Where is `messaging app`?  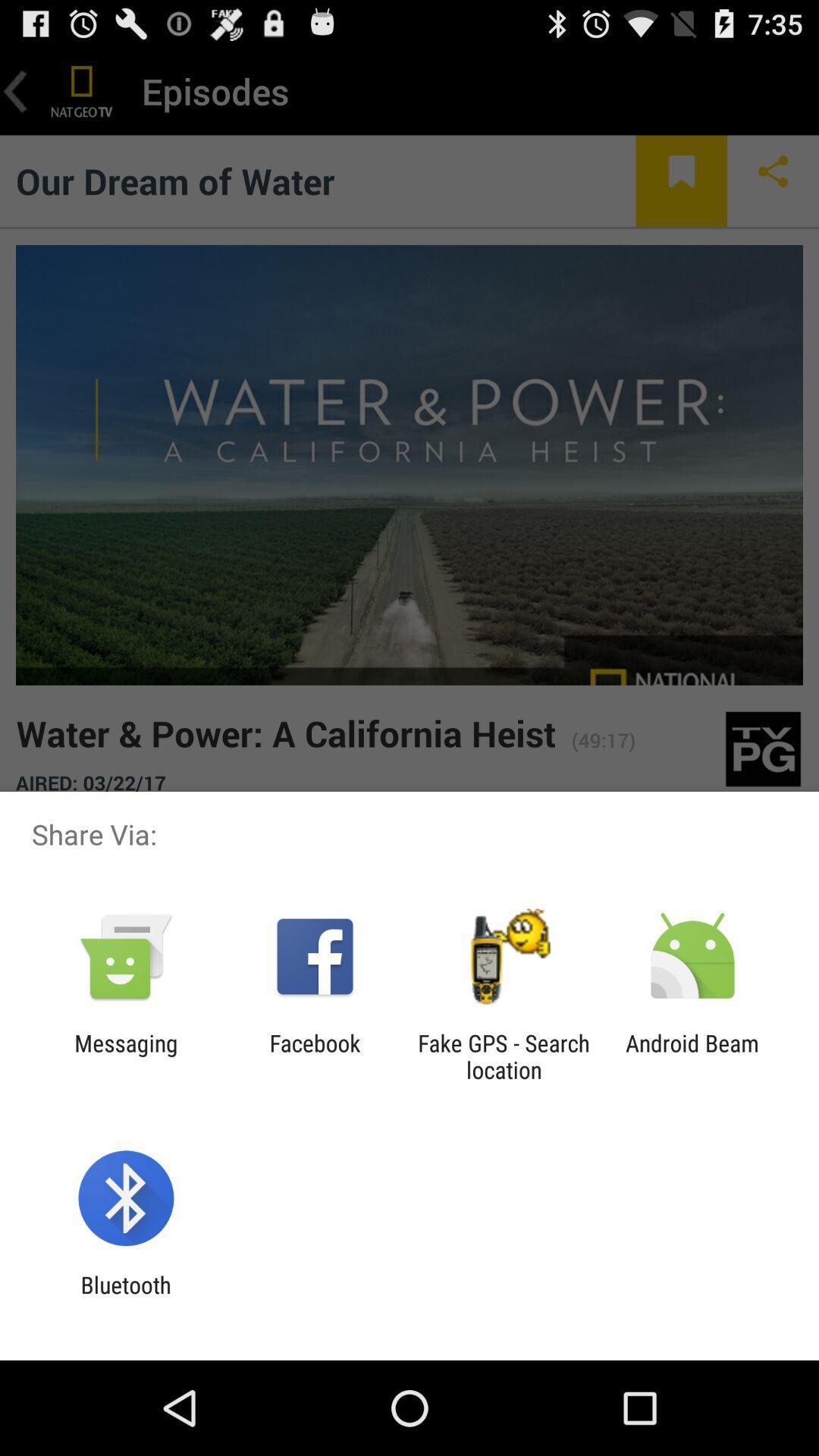 messaging app is located at coordinates (125, 1056).